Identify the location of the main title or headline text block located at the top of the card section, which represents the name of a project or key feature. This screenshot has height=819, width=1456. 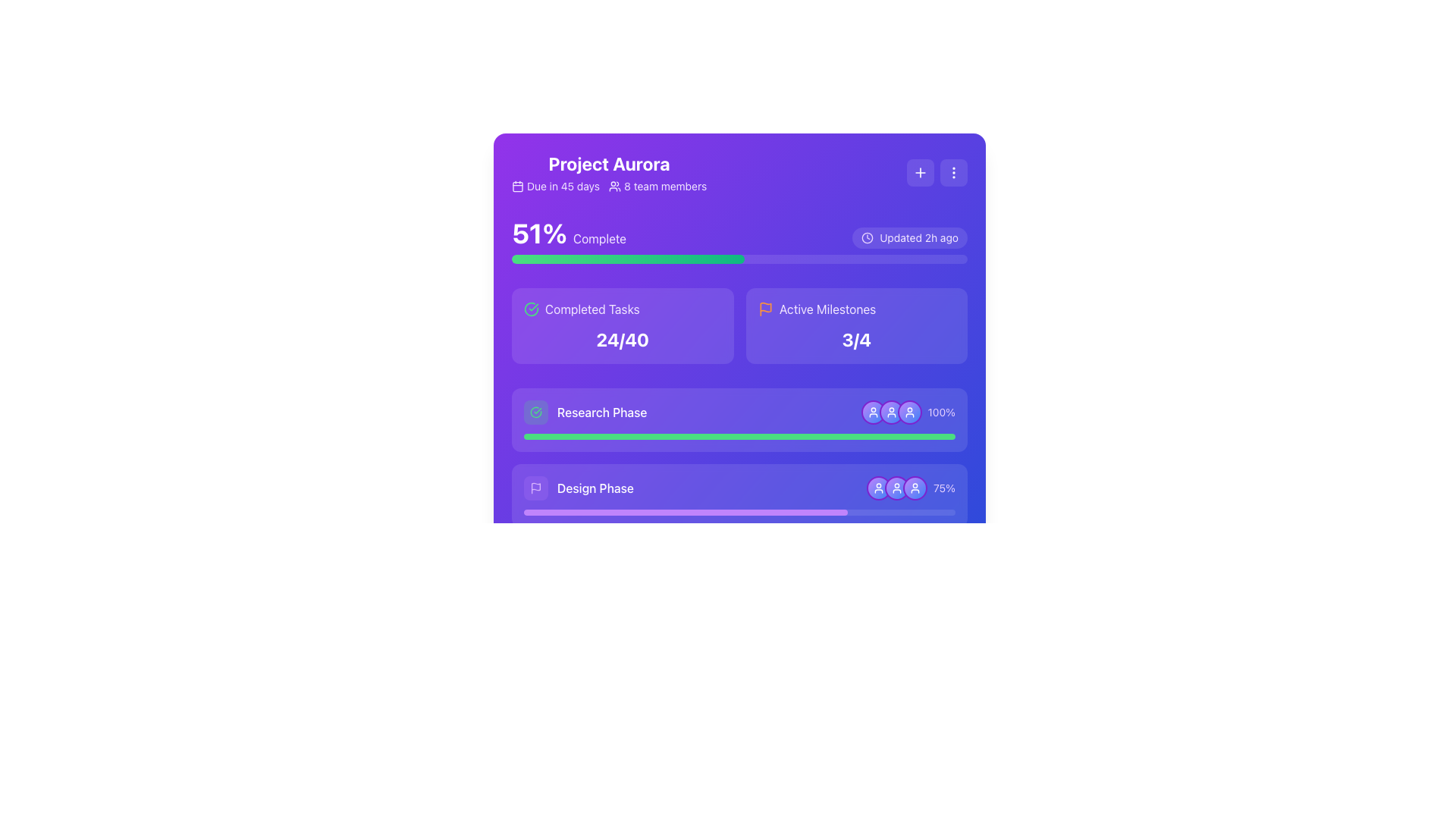
(609, 164).